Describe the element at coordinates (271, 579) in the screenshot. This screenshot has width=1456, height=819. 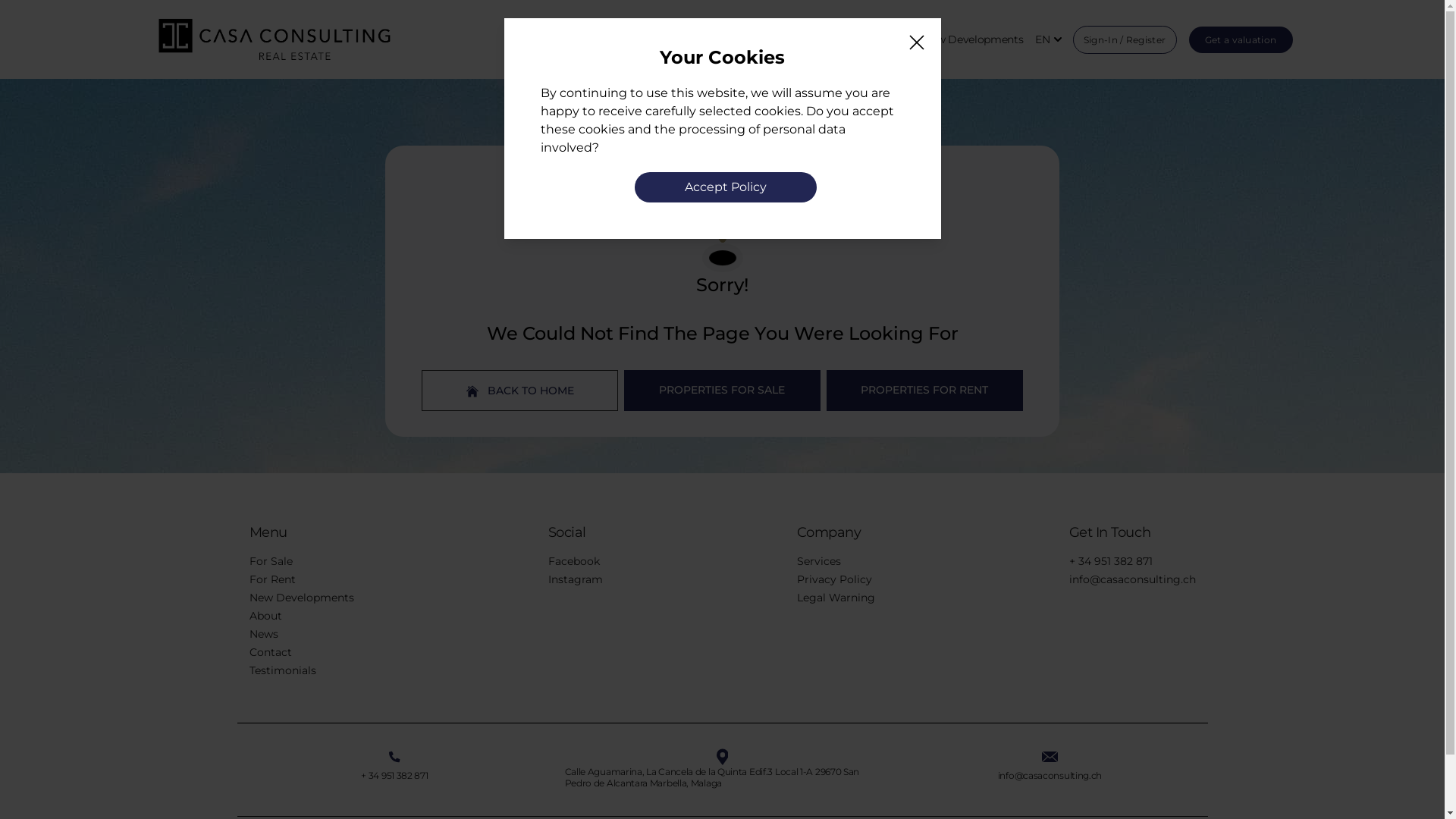
I see `'For Rent'` at that location.